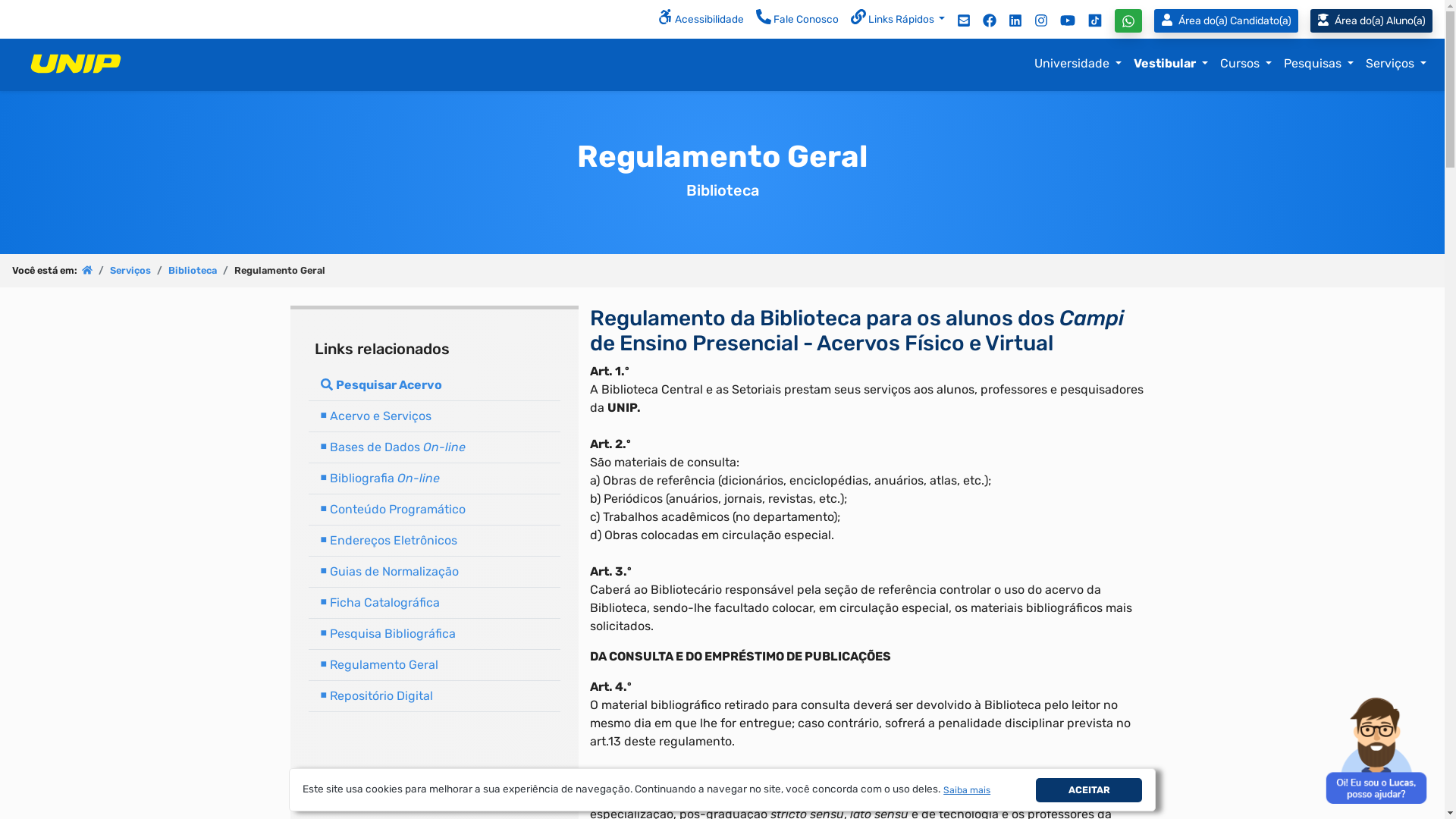 This screenshot has width=1456, height=819. Describe the element at coordinates (700, 20) in the screenshot. I see `'Acessibilidade'` at that location.